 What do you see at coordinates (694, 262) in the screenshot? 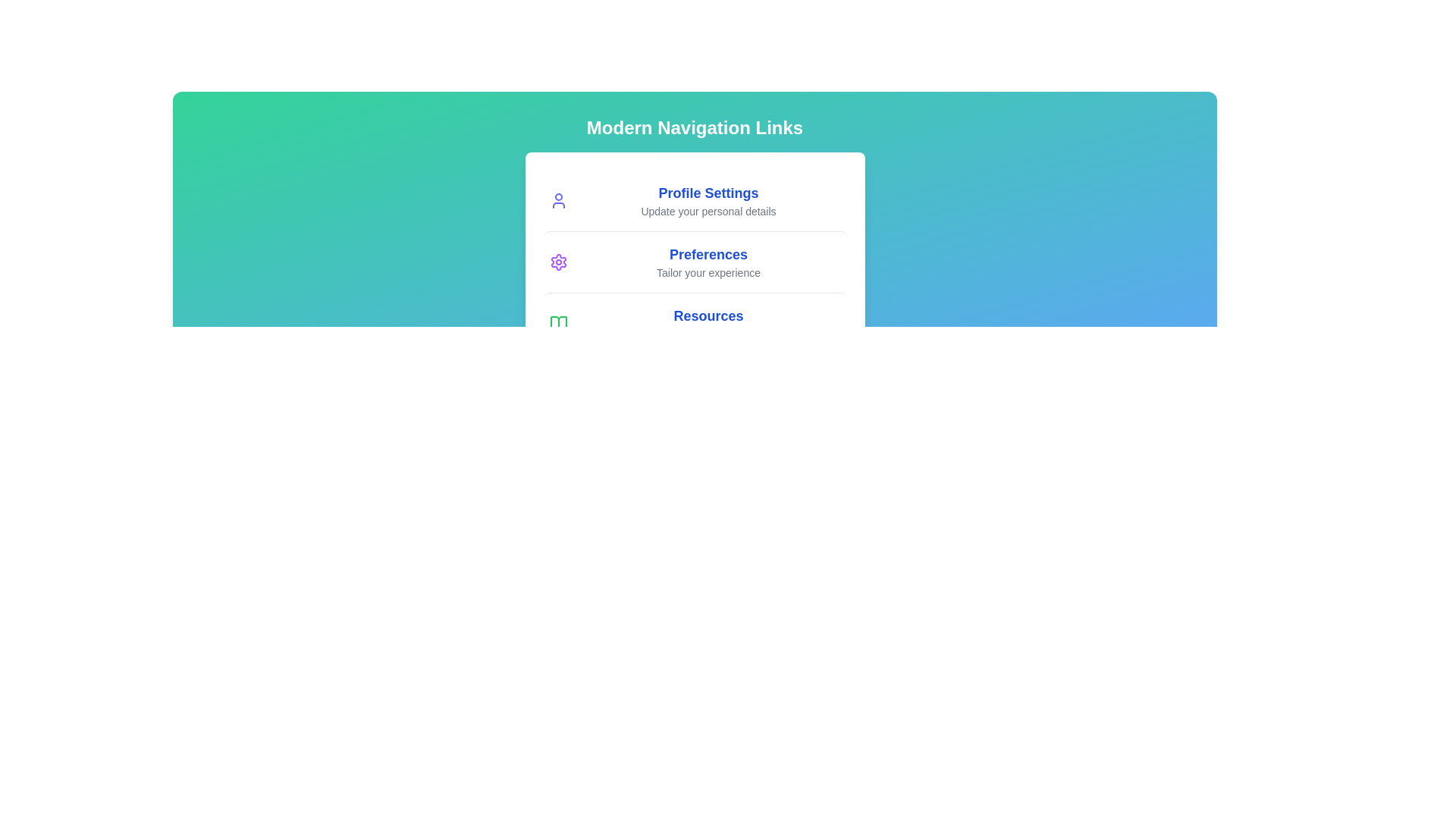
I see `the 'Preferences' button, which has a white background, rounded corners, and includes bold blue text with a settings gear icon` at bounding box center [694, 262].